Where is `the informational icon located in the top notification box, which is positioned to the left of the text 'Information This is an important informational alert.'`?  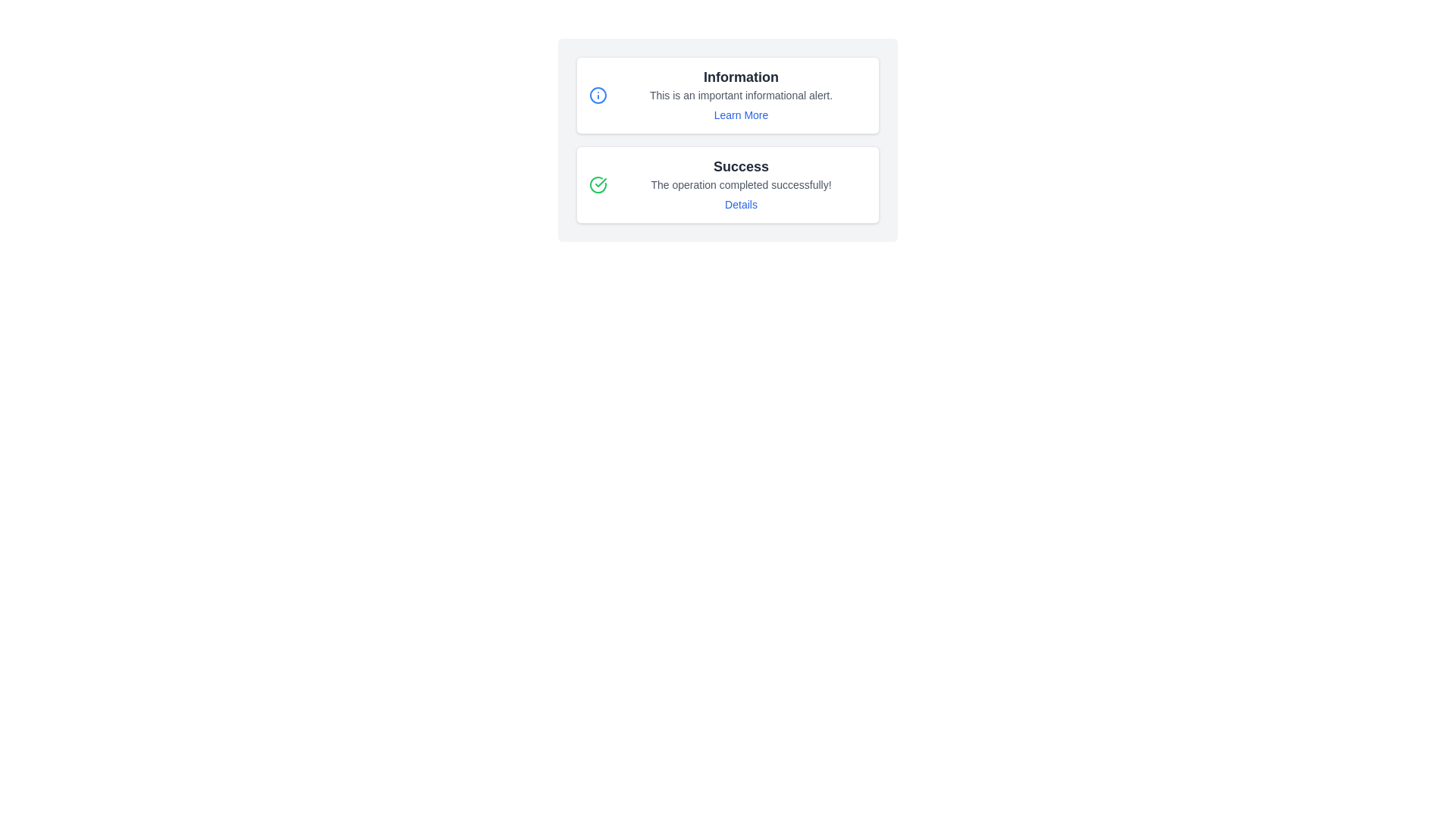
the informational icon located in the top notification box, which is positioned to the left of the text 'Information This is an important informational alert.' is located at coordinates (597, 96).